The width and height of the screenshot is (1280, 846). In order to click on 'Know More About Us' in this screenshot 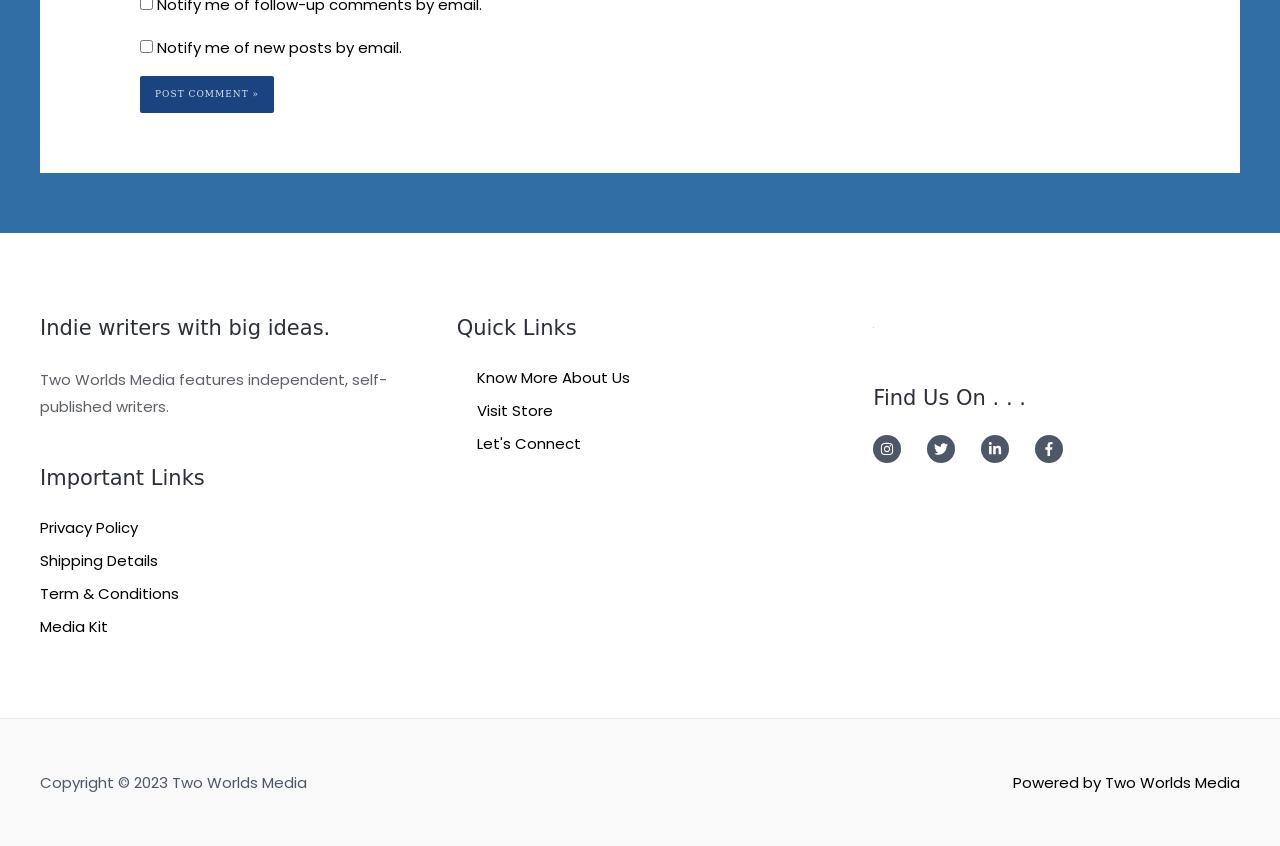, I will do `click(552, 376)`.